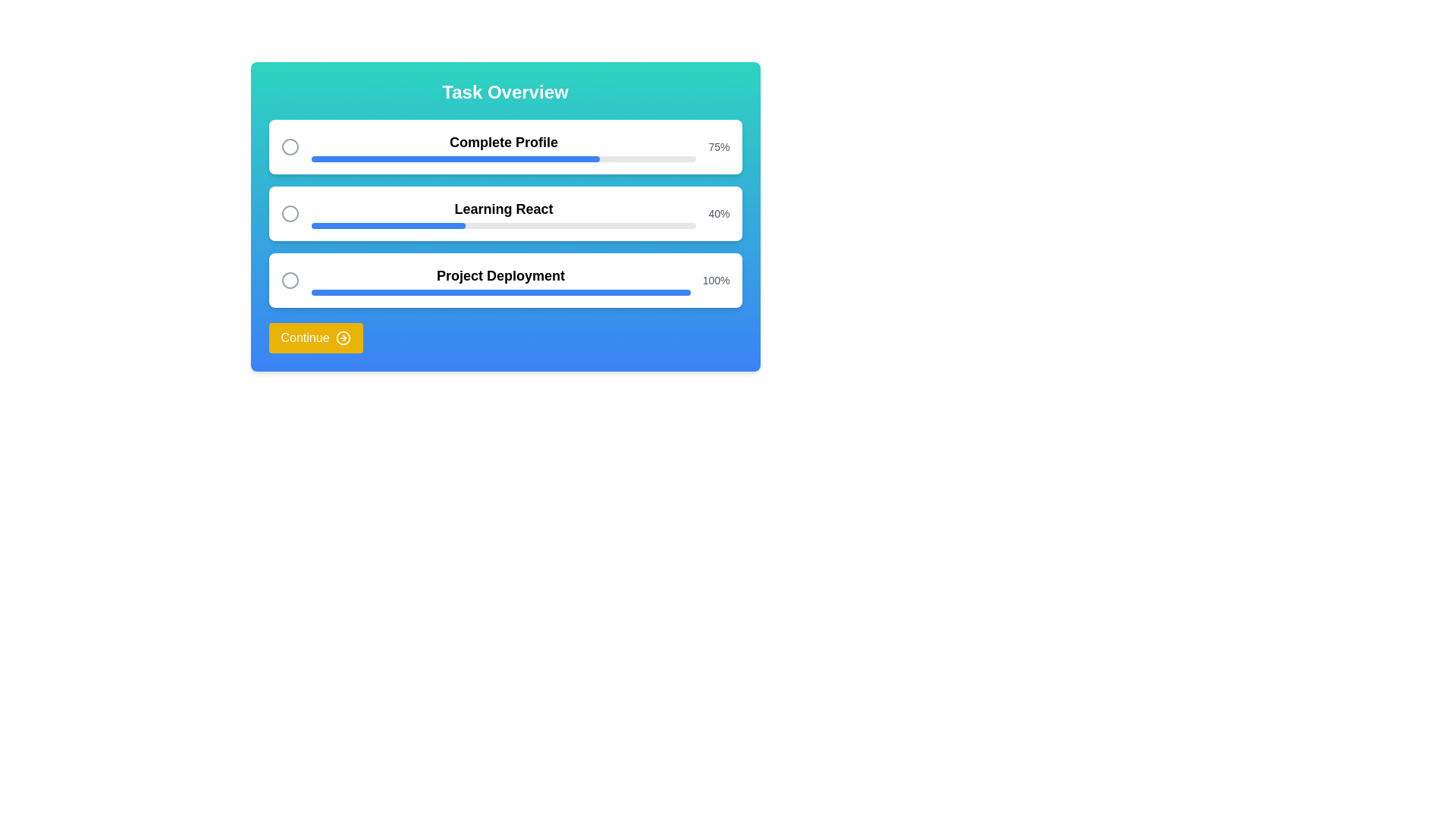 This screenshot has height=819, width=1456. I want to click on the 'Continue' button with a yellow background and white text located in the bottom section of a task overview card, so click(315, 337).